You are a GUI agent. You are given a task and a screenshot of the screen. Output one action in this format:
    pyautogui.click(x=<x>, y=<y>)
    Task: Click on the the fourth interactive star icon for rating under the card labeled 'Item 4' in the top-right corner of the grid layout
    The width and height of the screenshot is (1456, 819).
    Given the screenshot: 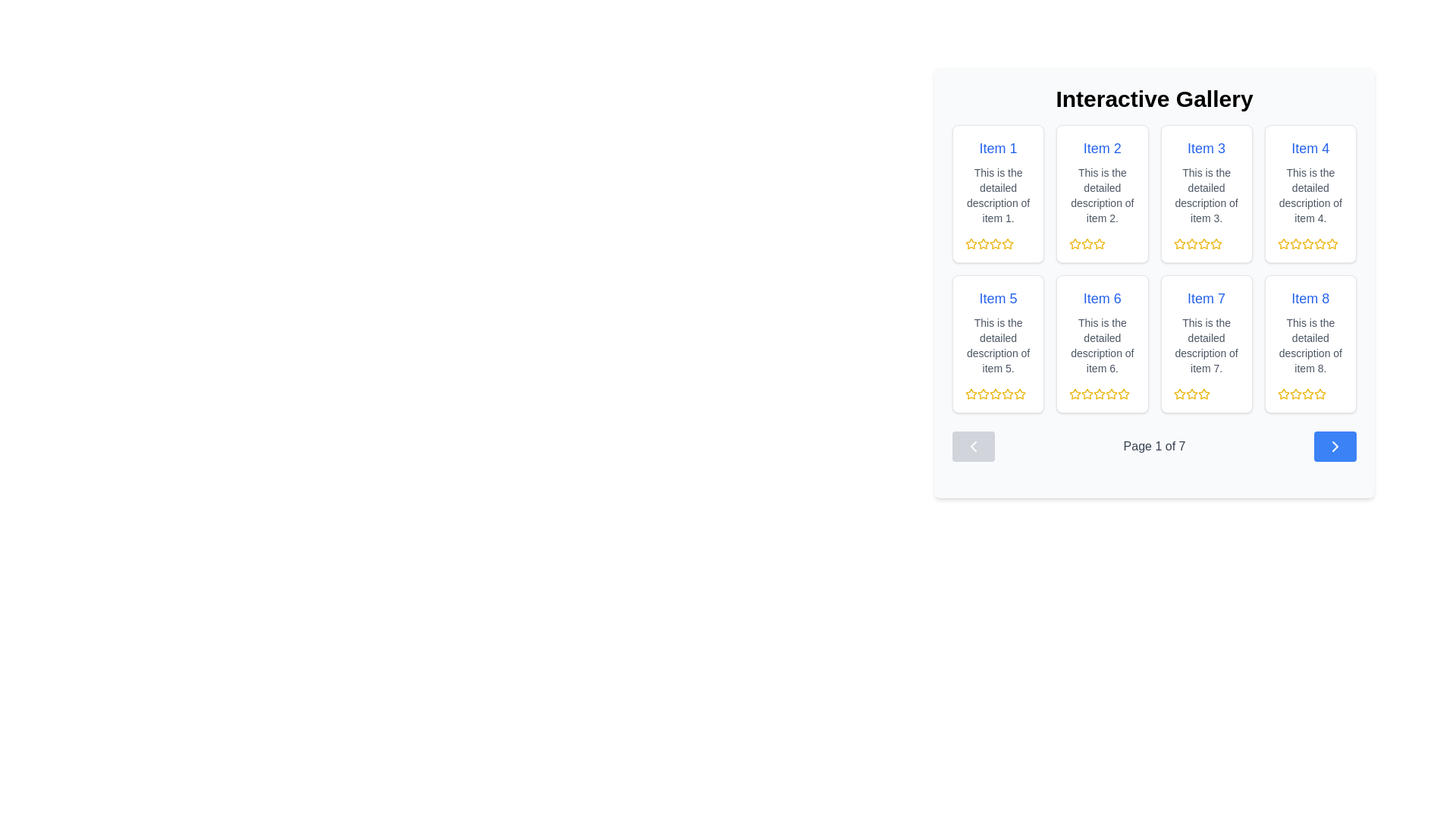 What is the action you would take?
    pyautogui.click(x=1319, y=243)
    